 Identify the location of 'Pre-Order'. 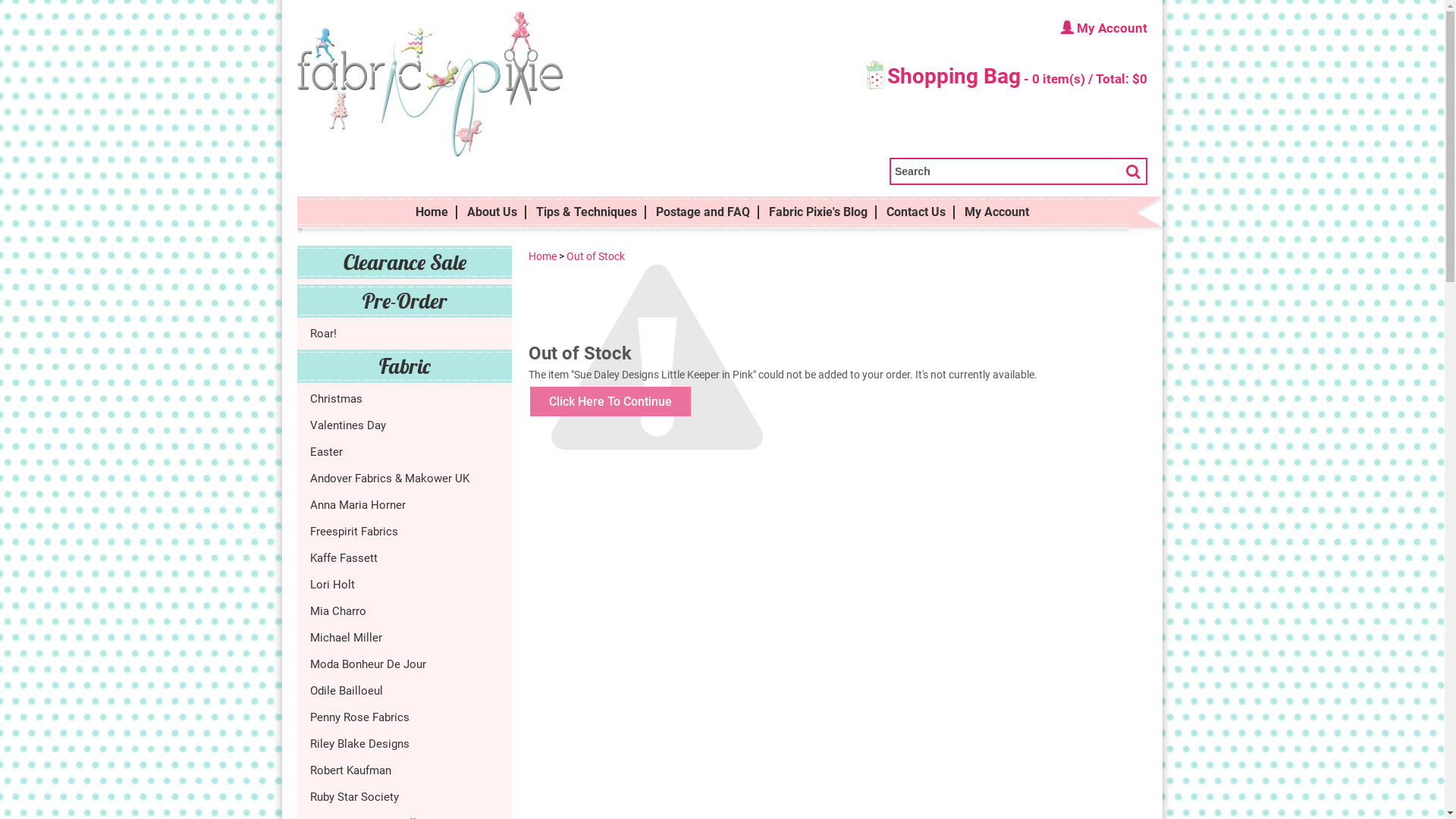
(404, 300).